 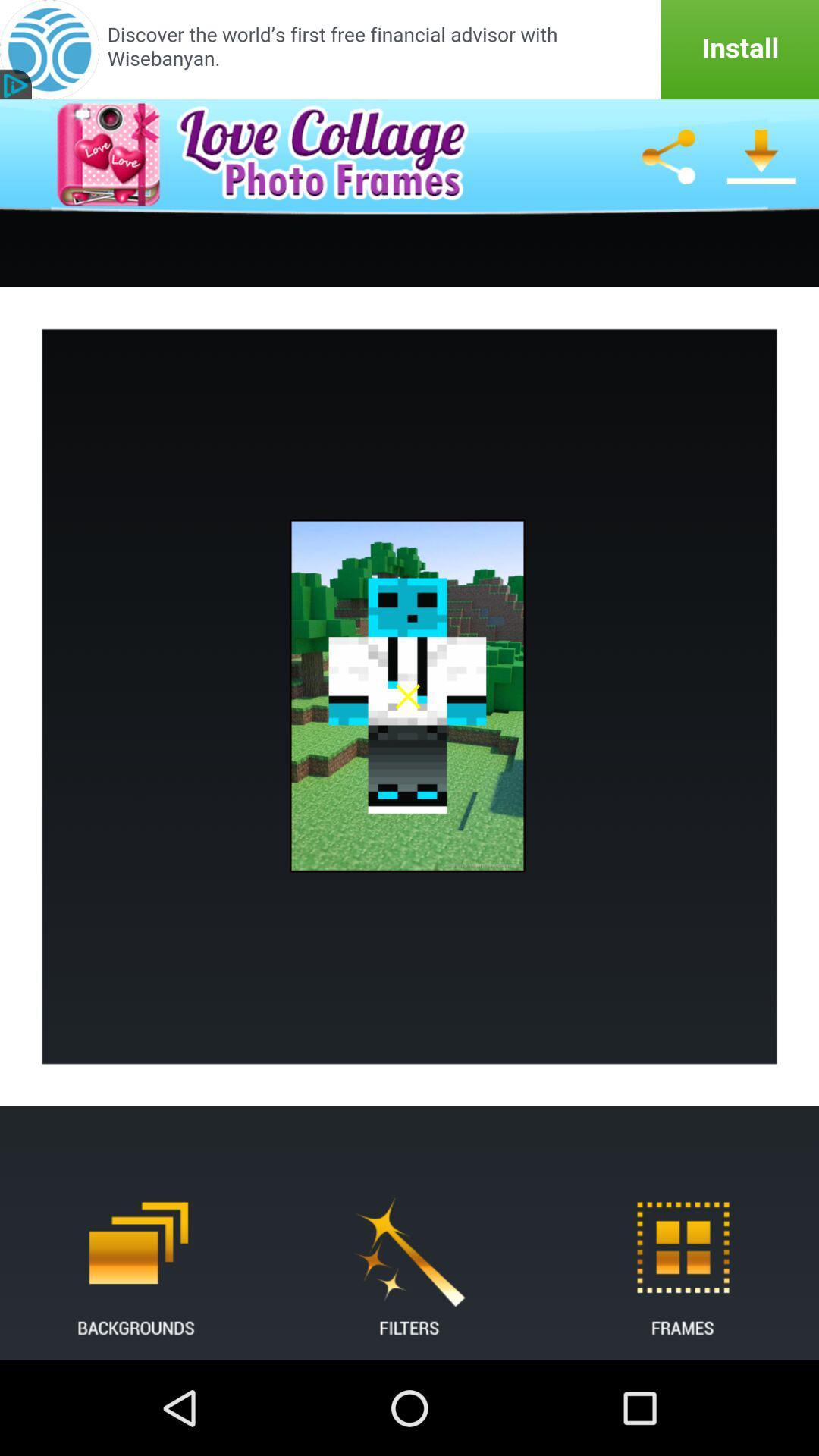 I want to click on the share icon, so click(x=667, y=168).